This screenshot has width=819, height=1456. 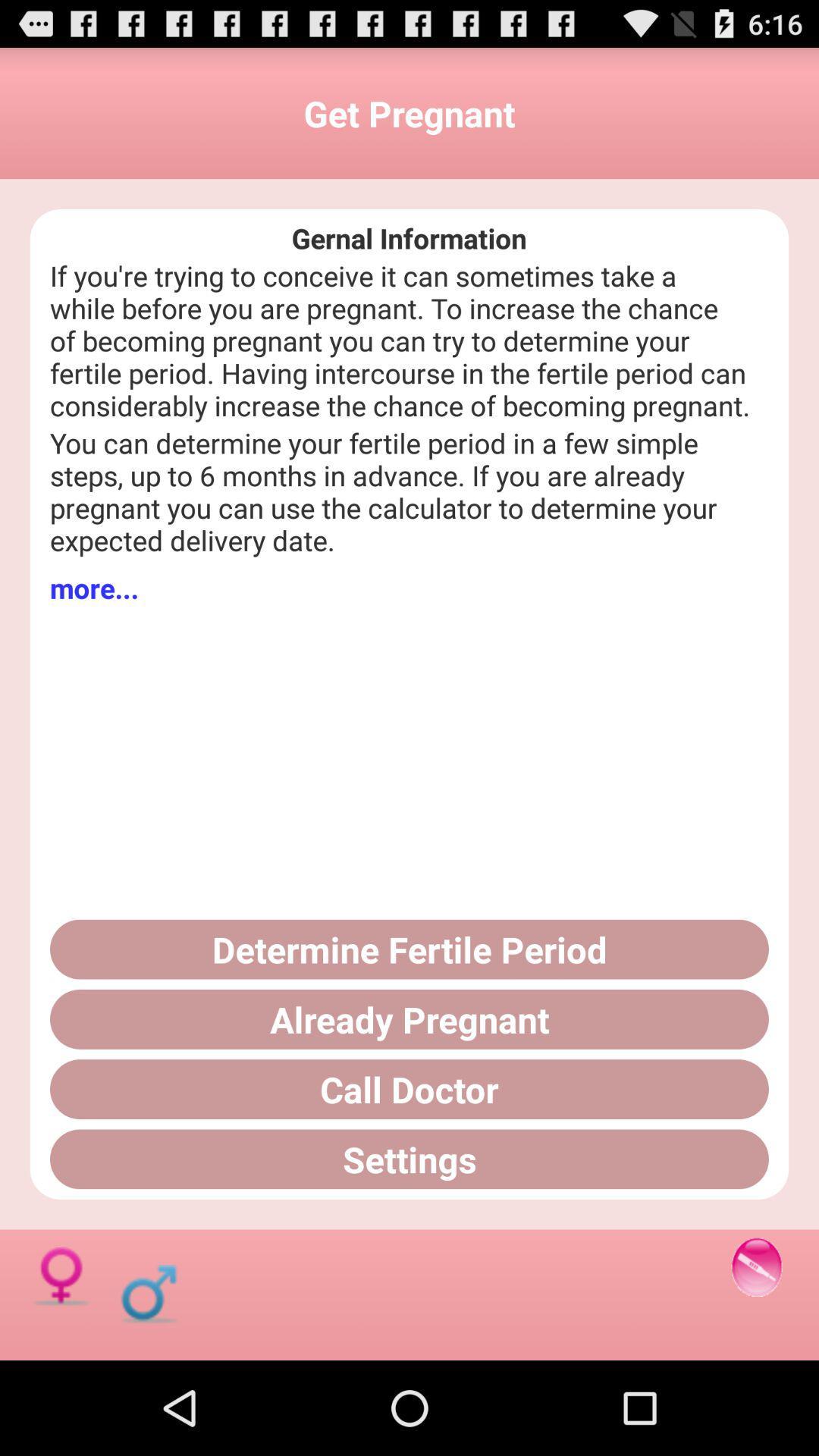 What do you see at coordinates (94, 587) in the screenshot?
I see `item below you can determine icon` at bounding box center [94, 587].